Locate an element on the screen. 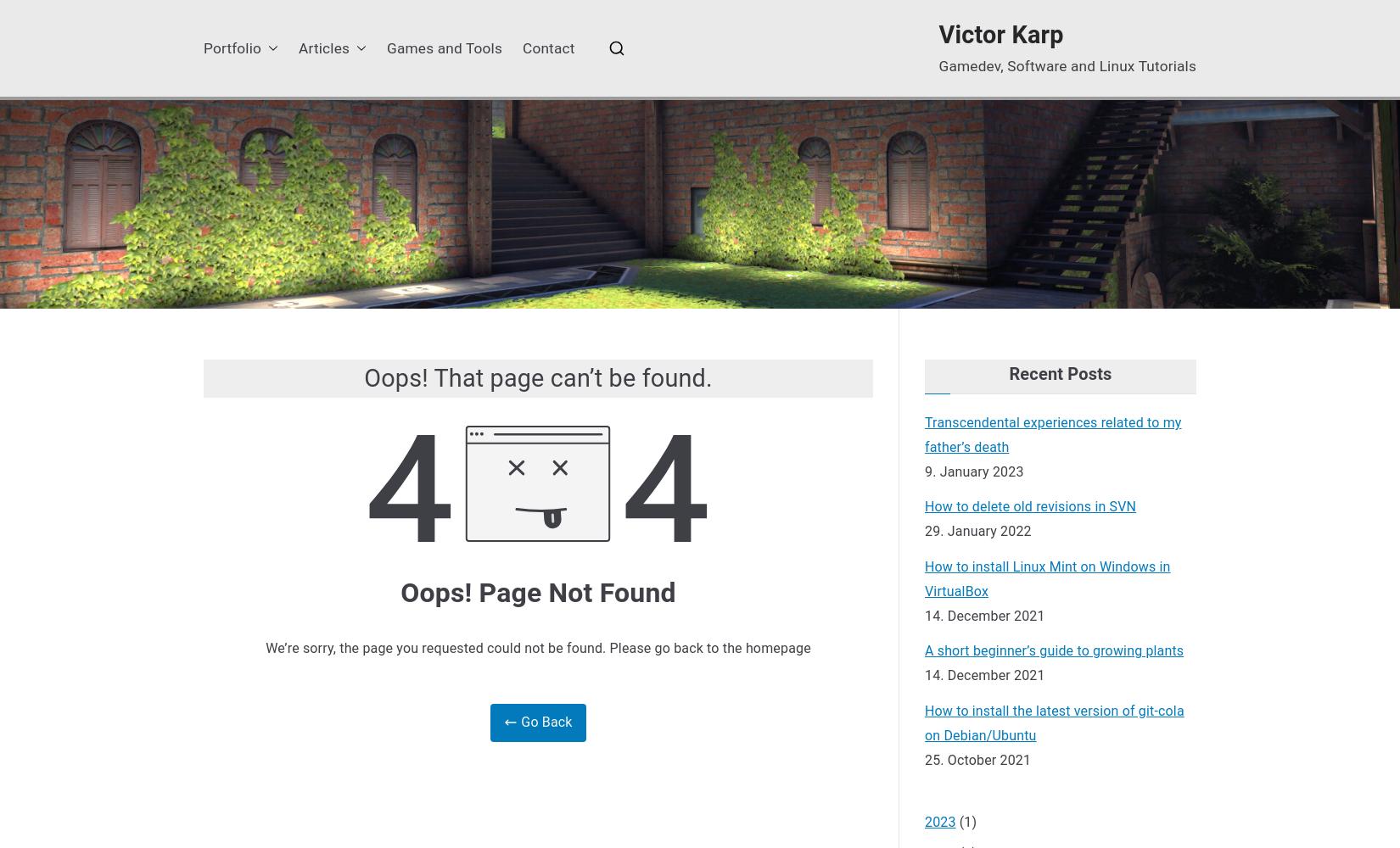  'Articles' is located at coordinates (323, 47).